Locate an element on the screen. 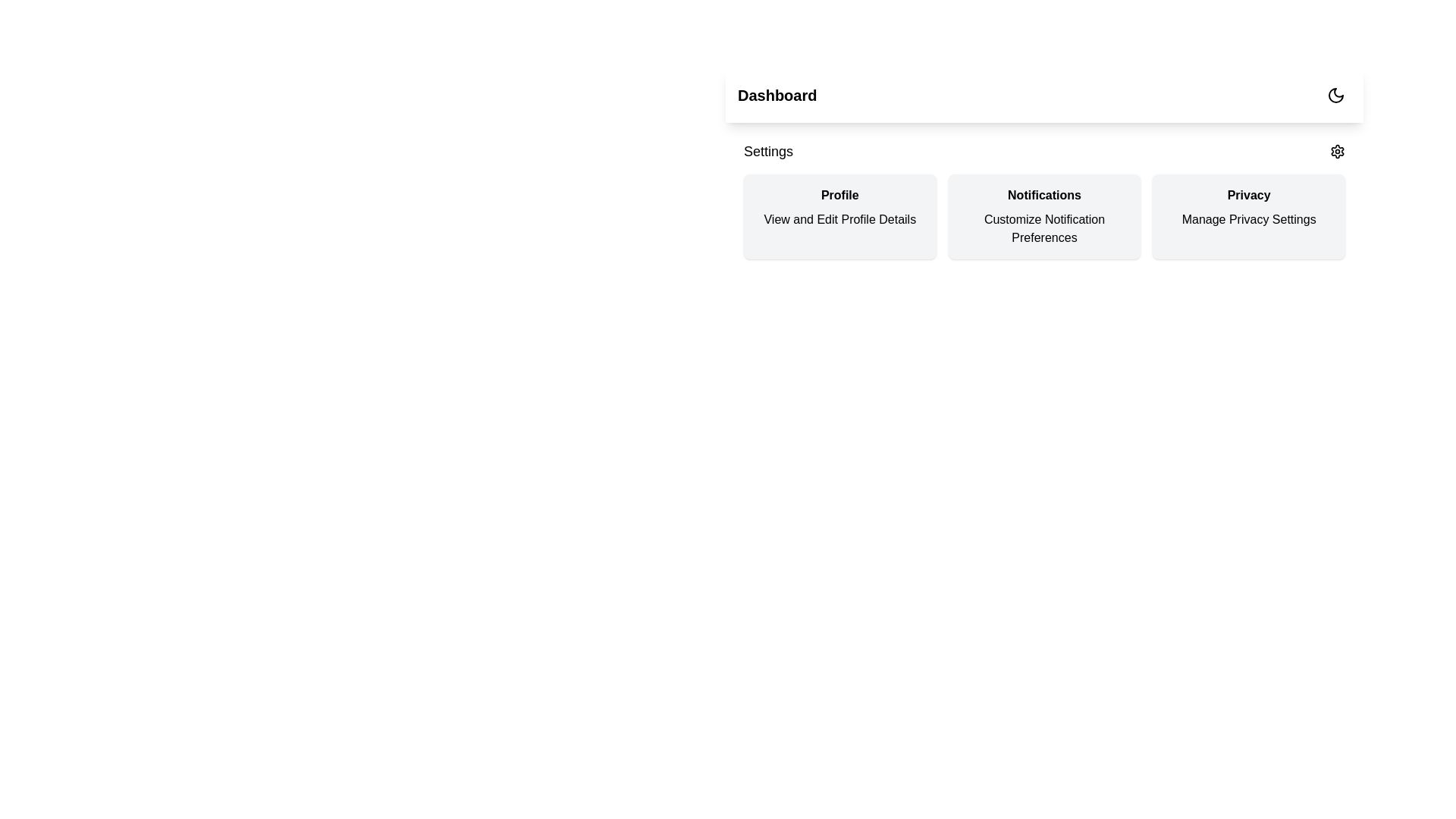  the 'Privacy' text label element, which is styled in medium-level bold font and is part of a card-like segment with rounded corners, located above the 'Manage Privacy Settings' text is located at coordinates (1249, 195).